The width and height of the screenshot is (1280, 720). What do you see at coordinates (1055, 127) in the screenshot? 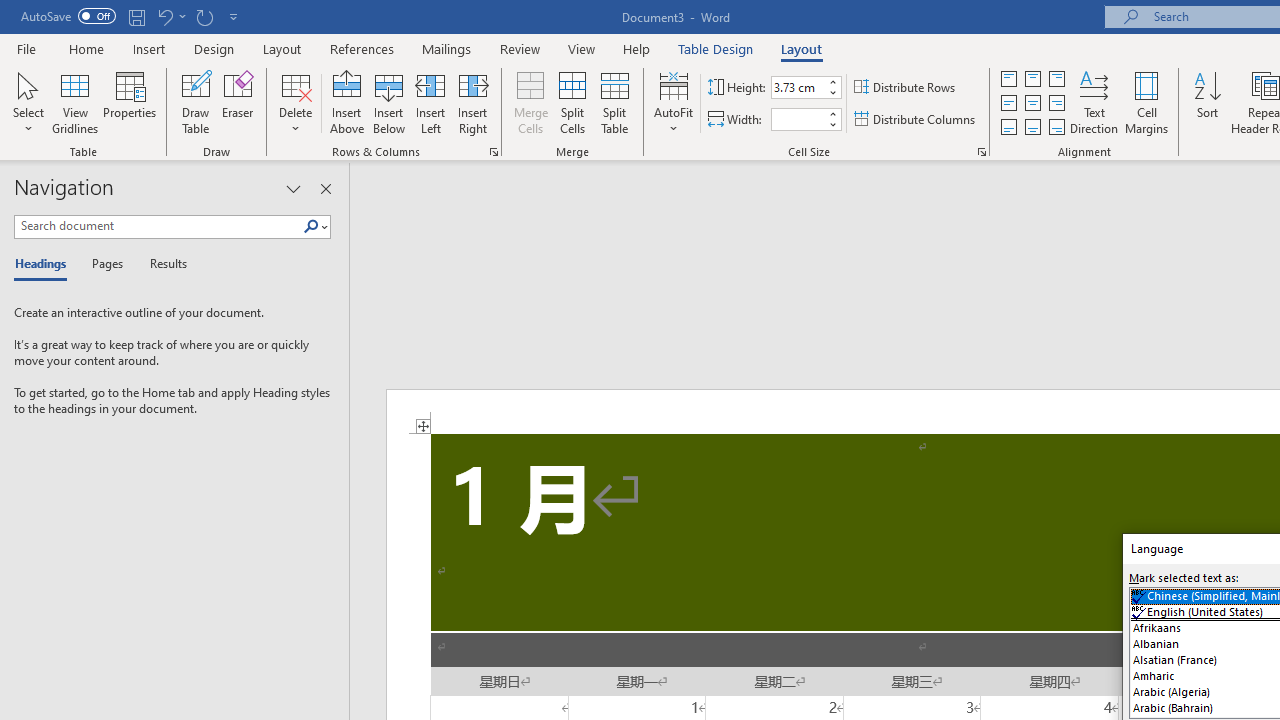
I see `'Align Bottom Right'` at bounding box center [1055, 127].